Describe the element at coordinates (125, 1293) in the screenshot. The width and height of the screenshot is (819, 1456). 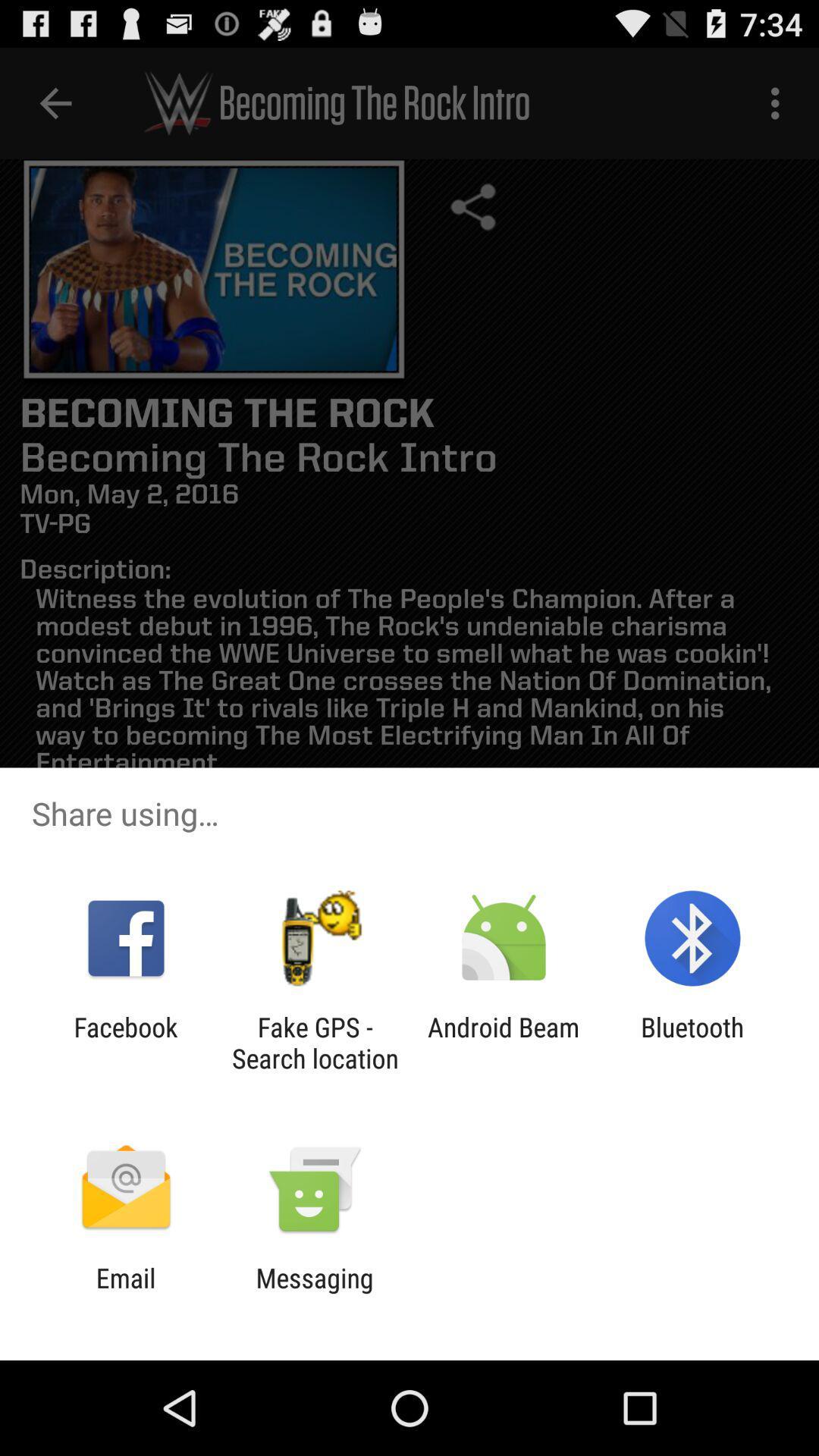
I see `the email` at that location.